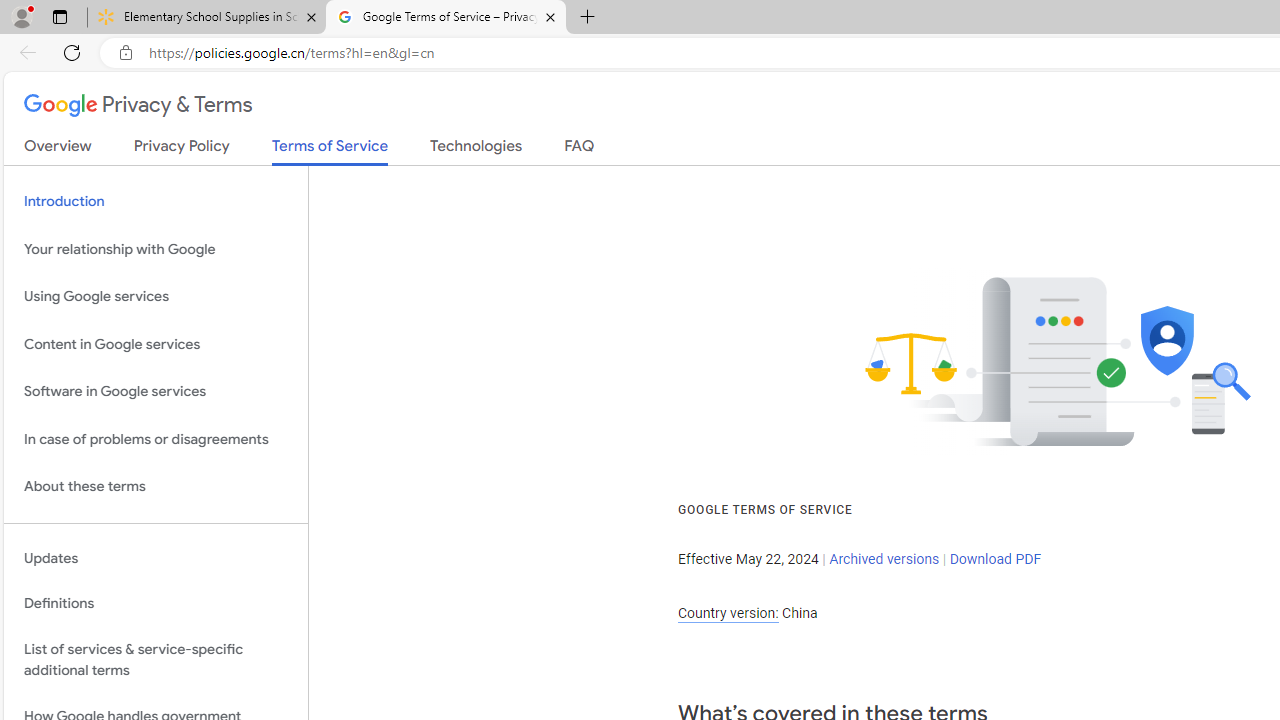  Describe the element at coordinates (155, 297) in the screenshot. I see `'Using Google services'` at that location.